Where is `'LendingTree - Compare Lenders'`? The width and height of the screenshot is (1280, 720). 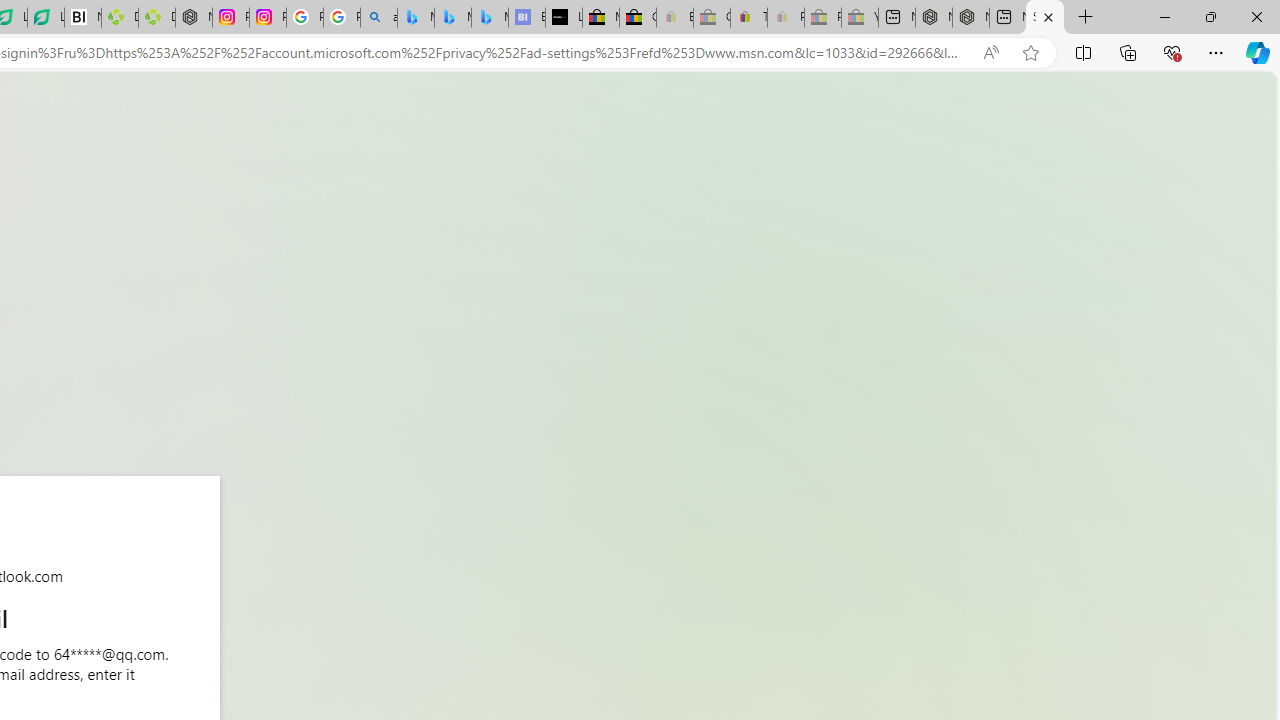
'LendingTree - Compare Lenders' is located at coordinates (46, 17).